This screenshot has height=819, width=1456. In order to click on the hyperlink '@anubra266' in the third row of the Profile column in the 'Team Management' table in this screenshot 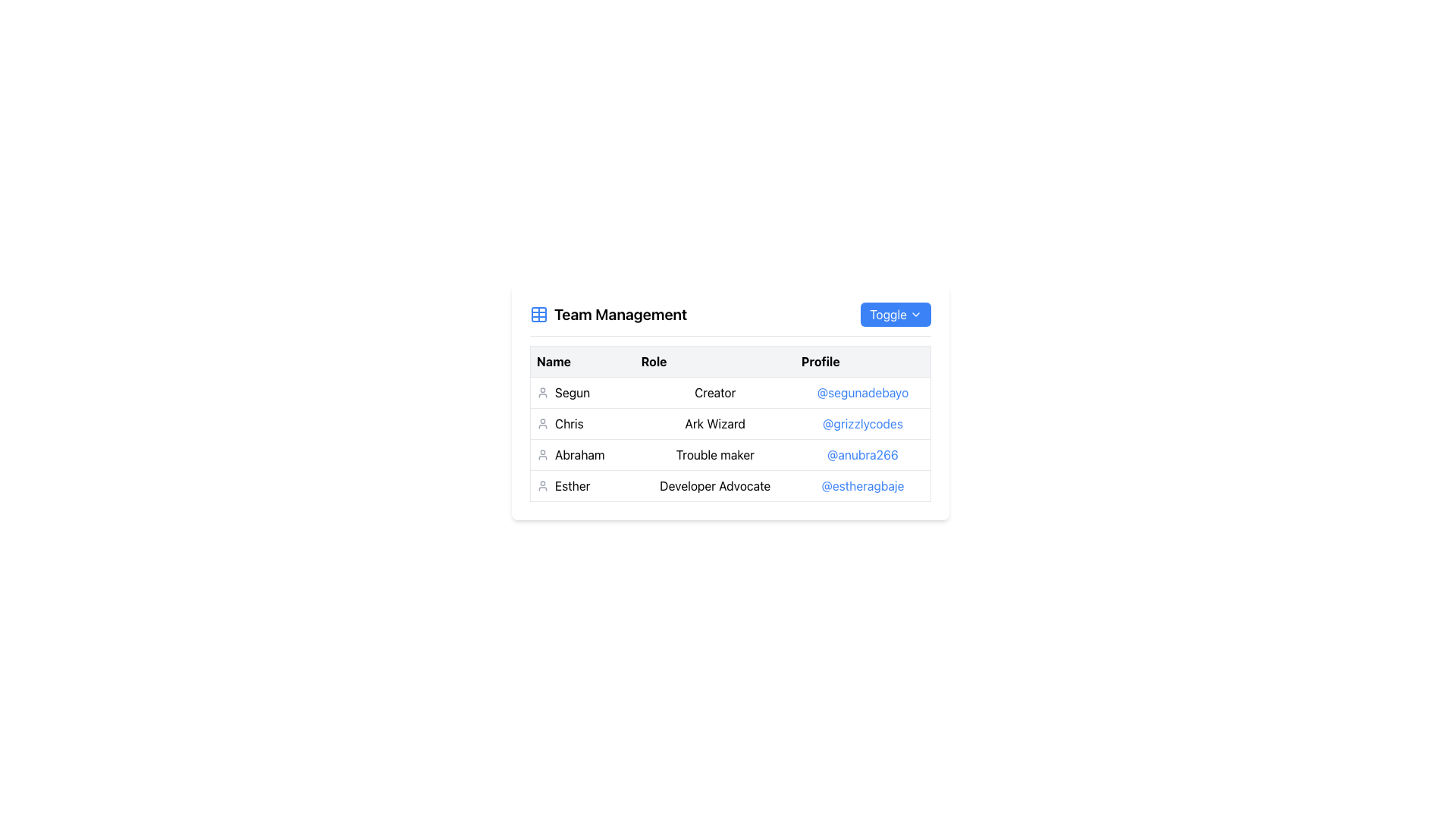, I will do `click(863, 454)`.